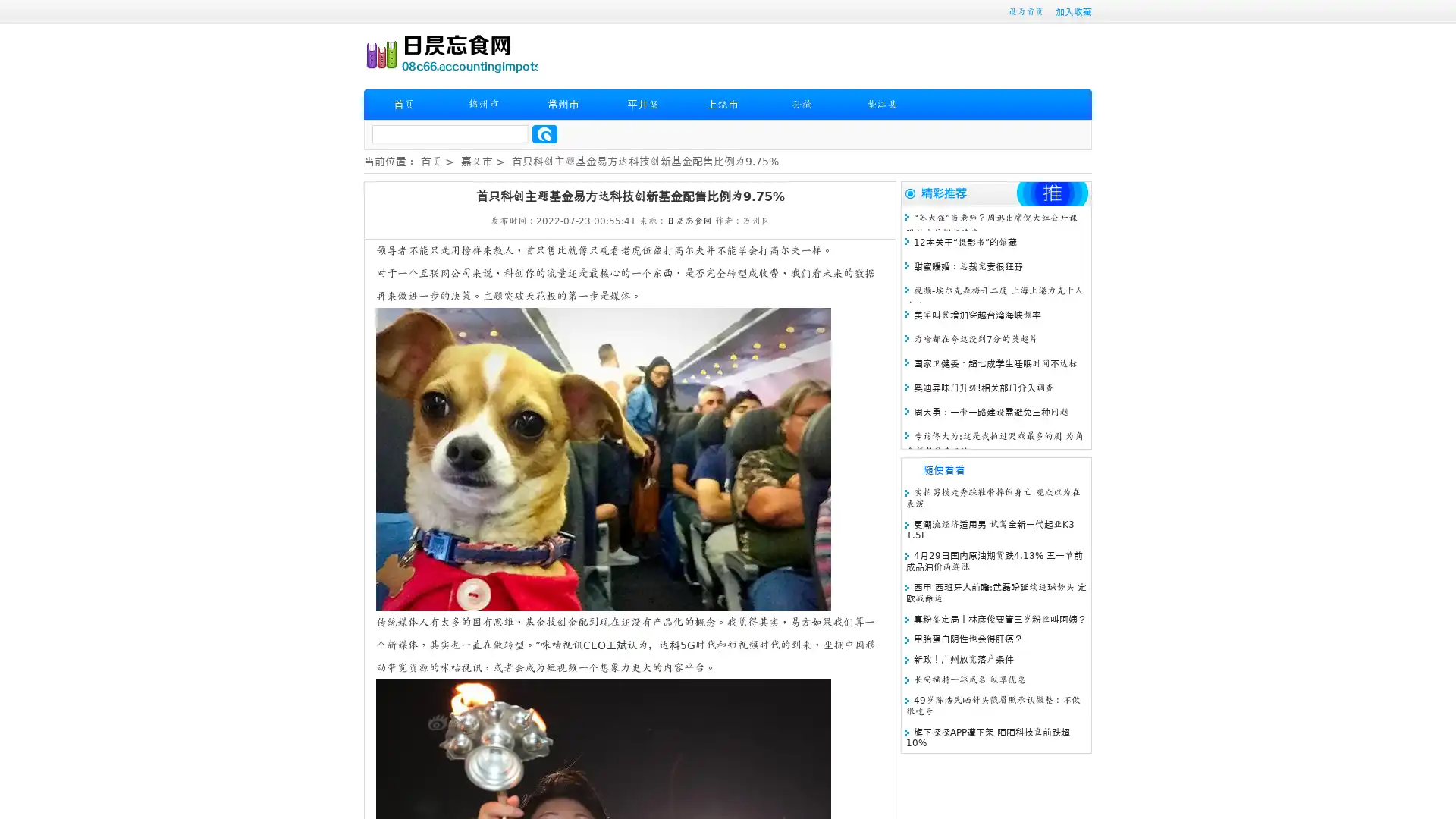 Image resolution: width=1456 pixels, height=819 pixels. Describe the element at coordinates (544, 133) in the screenshot. I see `Search` at that location.